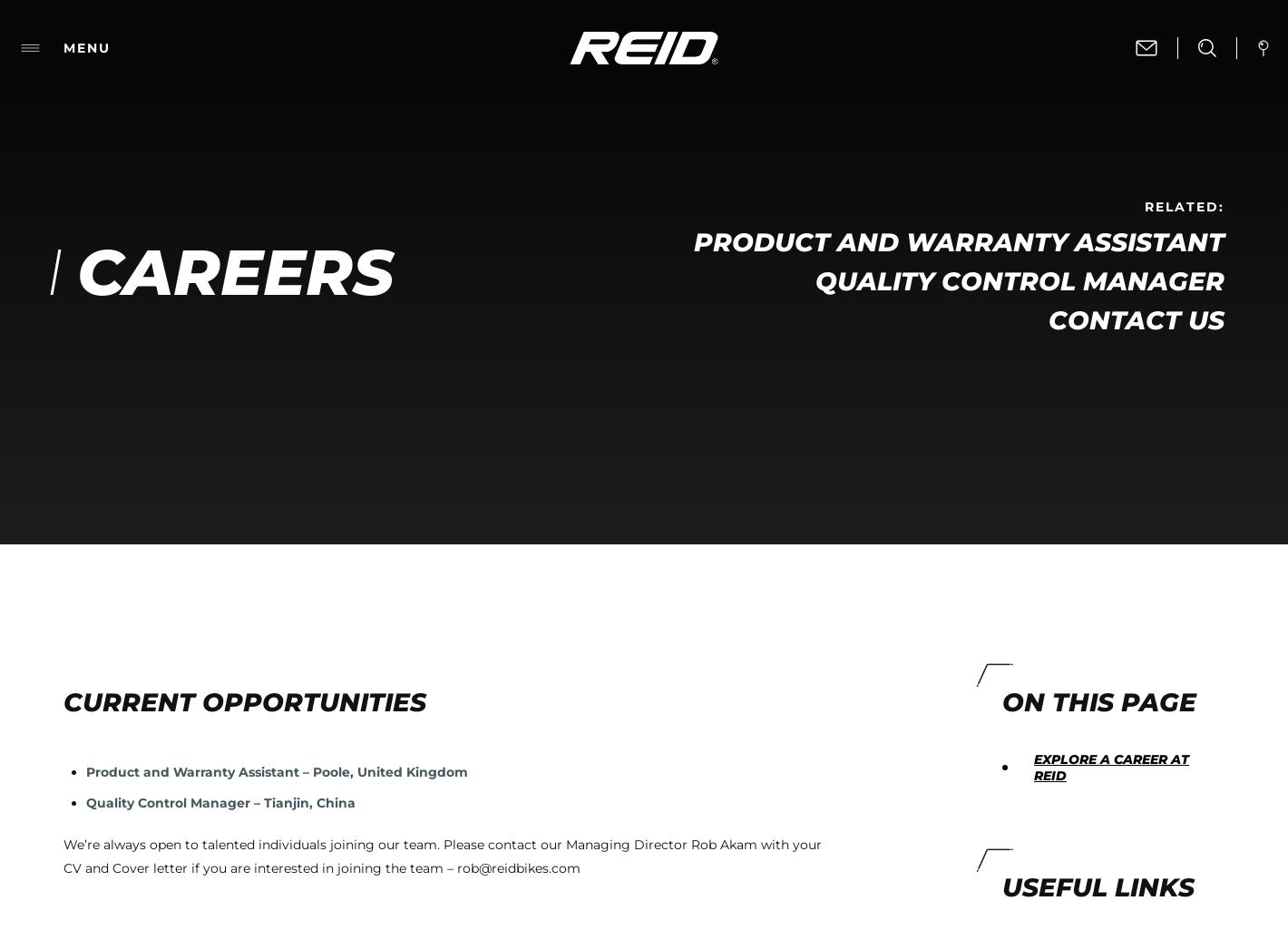 This screenshot has height=930, width=1288. Describe the element at coordinates (714, 134) in the screenshot. I see `'Facebook'` at that location.